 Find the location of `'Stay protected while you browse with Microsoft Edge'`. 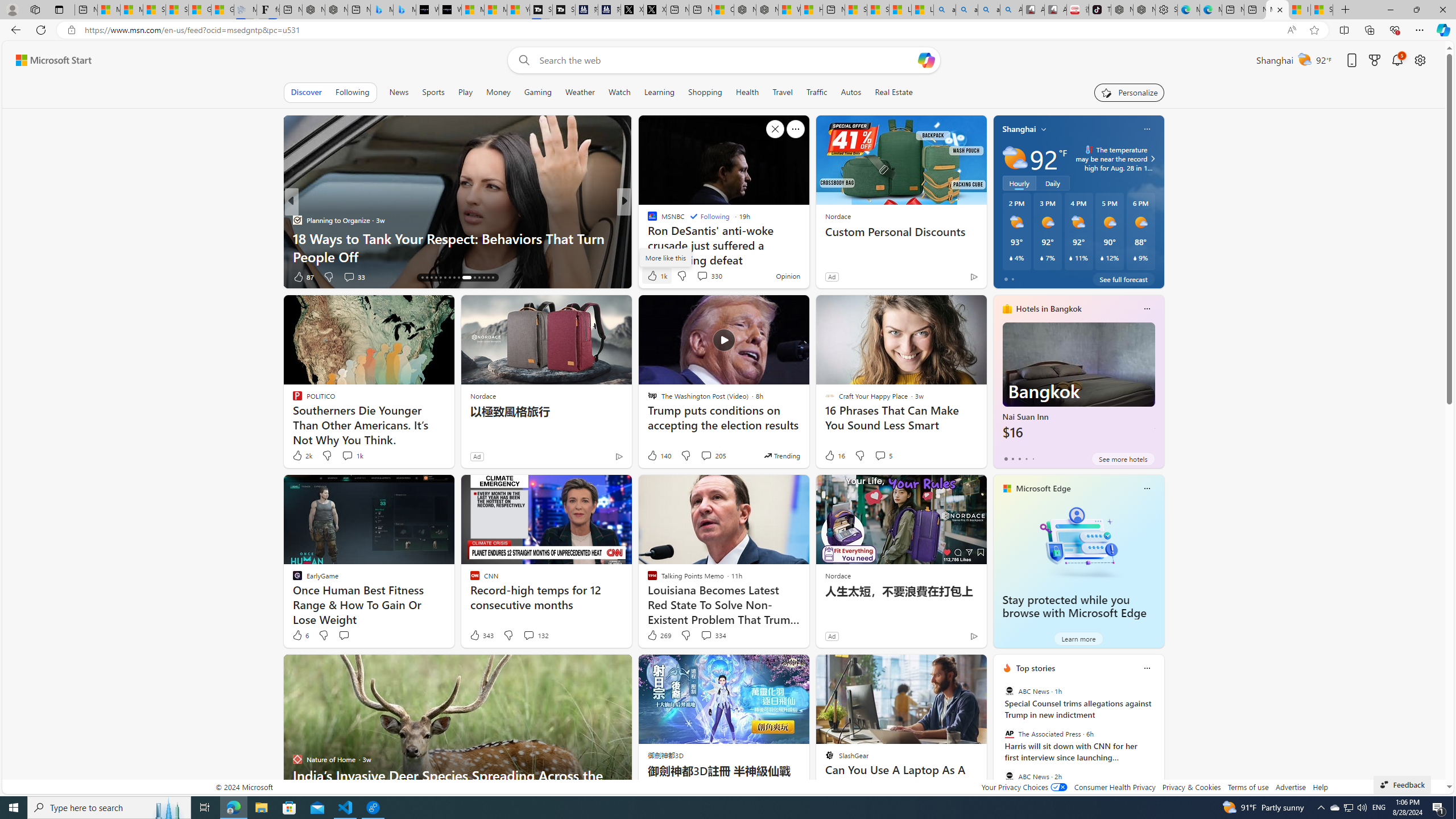

'Stay protected while you browse with Microsoft Edge' is located at coordinates (1078, 541).